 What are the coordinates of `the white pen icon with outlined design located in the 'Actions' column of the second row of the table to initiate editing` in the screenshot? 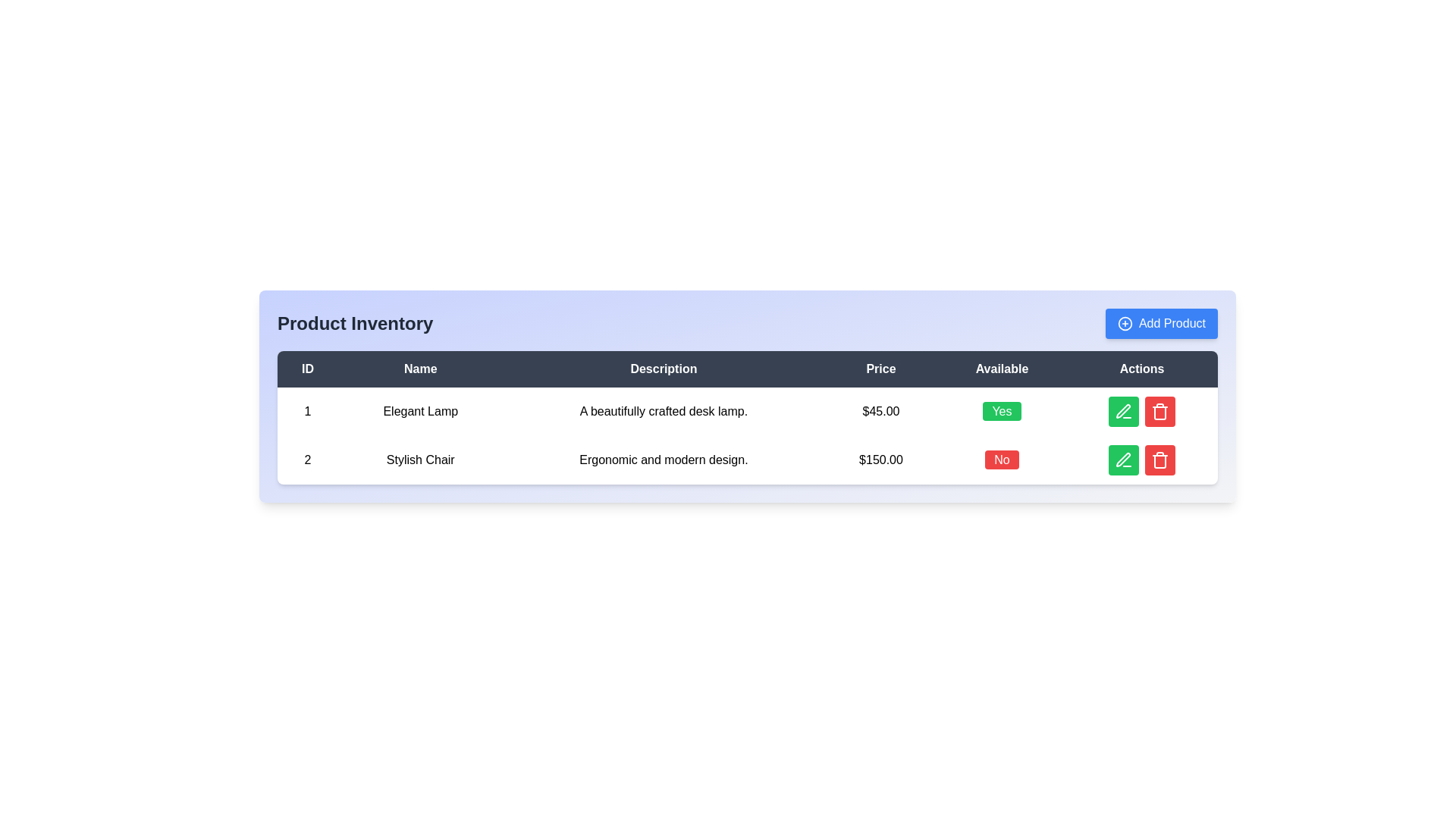 It's located at (1123, 411).